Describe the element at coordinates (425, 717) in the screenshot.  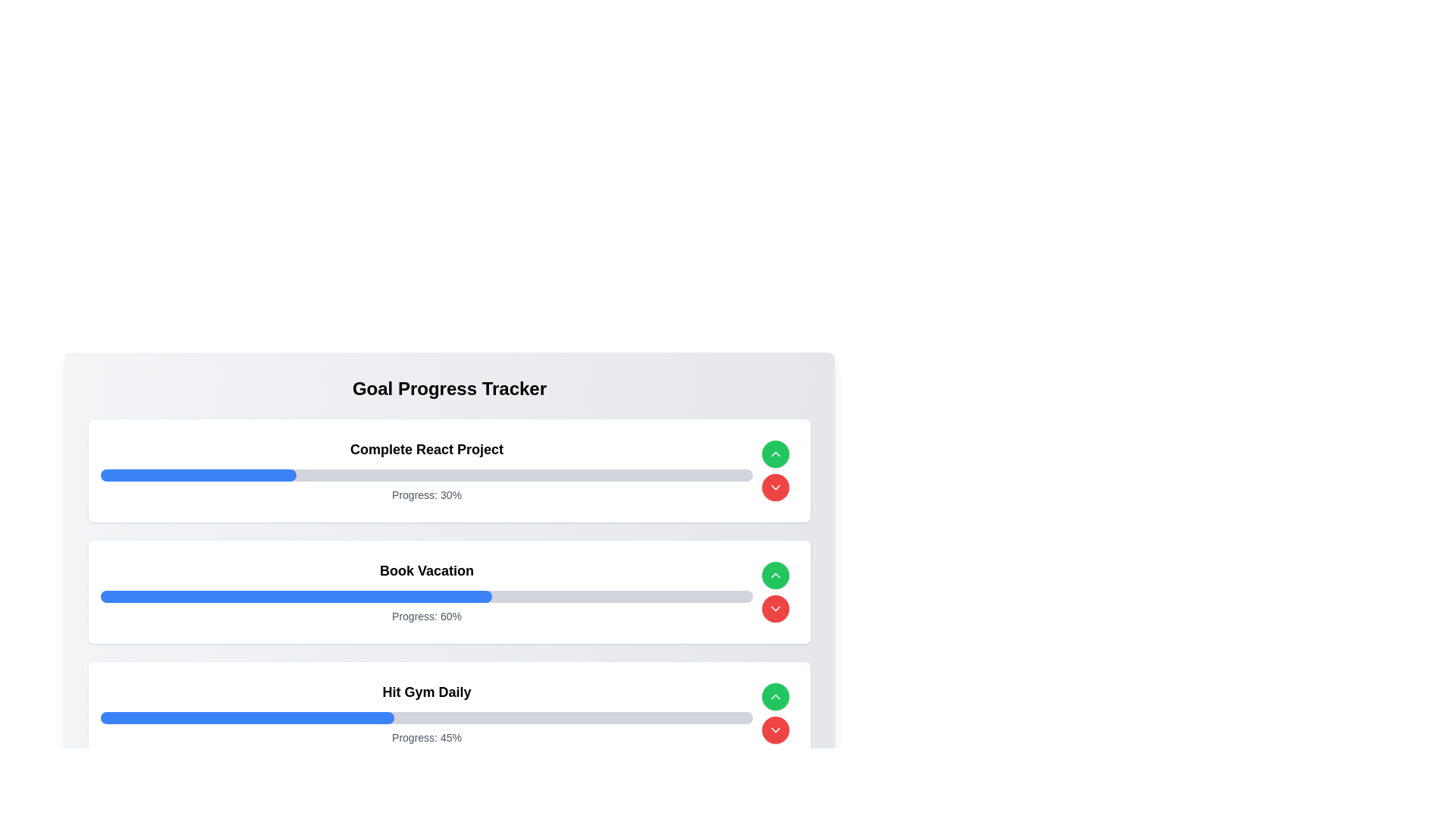
I see `the Progress bar located below the text 'Hit Gym Daily' and above the text 'Progress: 45%', which visually indicates the completion percentage of a task` at that location.